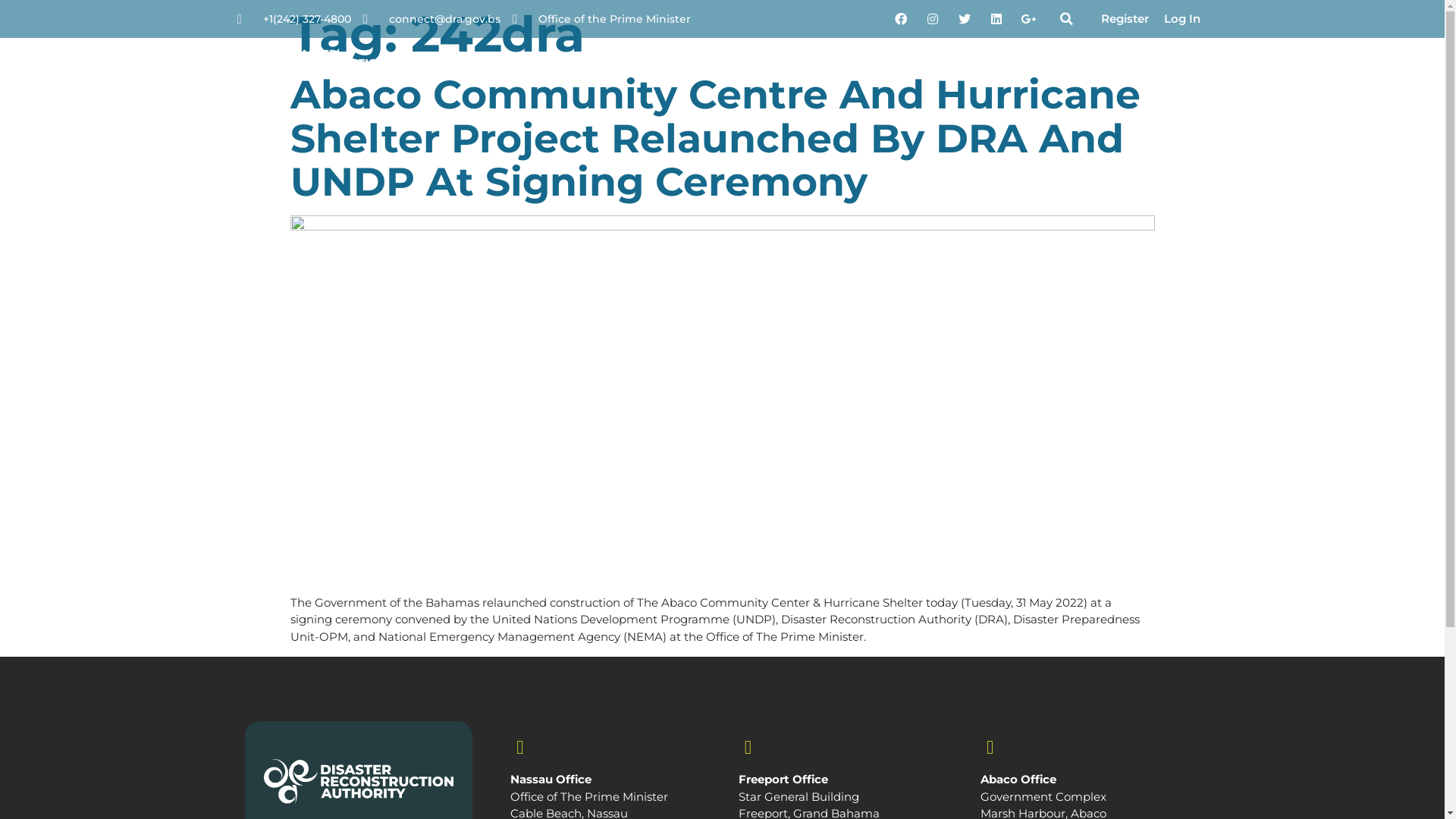 The width and height of the screenshot is (1456, 819). What do you see at coordinates (1181, 19) in the screenshot?
I see `'Log In'` at bounding box center [1181, 19].